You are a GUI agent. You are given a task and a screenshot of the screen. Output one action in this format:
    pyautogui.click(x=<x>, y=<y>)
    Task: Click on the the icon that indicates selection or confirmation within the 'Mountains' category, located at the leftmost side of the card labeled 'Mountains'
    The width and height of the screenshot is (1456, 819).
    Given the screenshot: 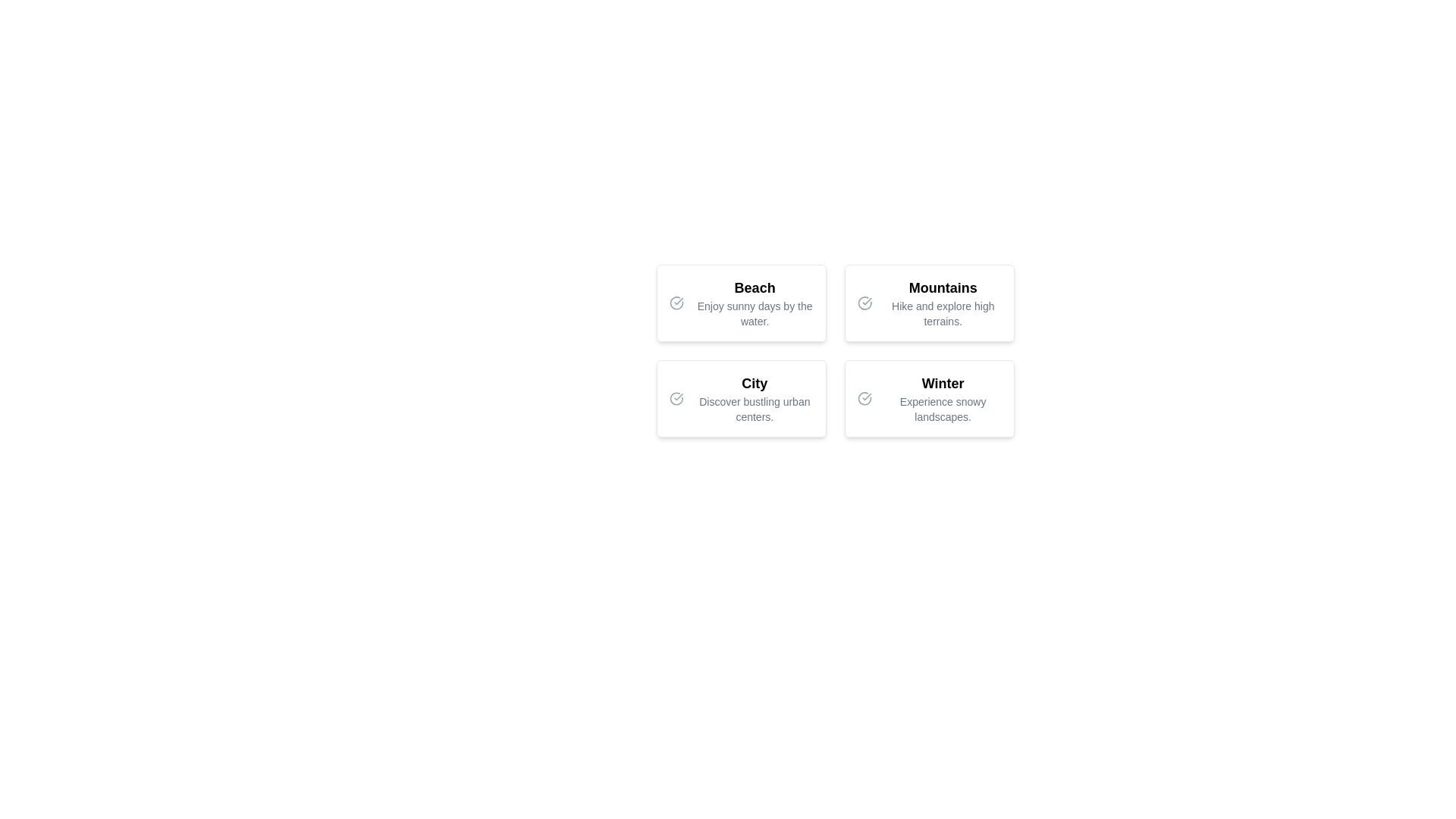 What is the action you would take?
    pyautogui.click(x=864, y=303)
    